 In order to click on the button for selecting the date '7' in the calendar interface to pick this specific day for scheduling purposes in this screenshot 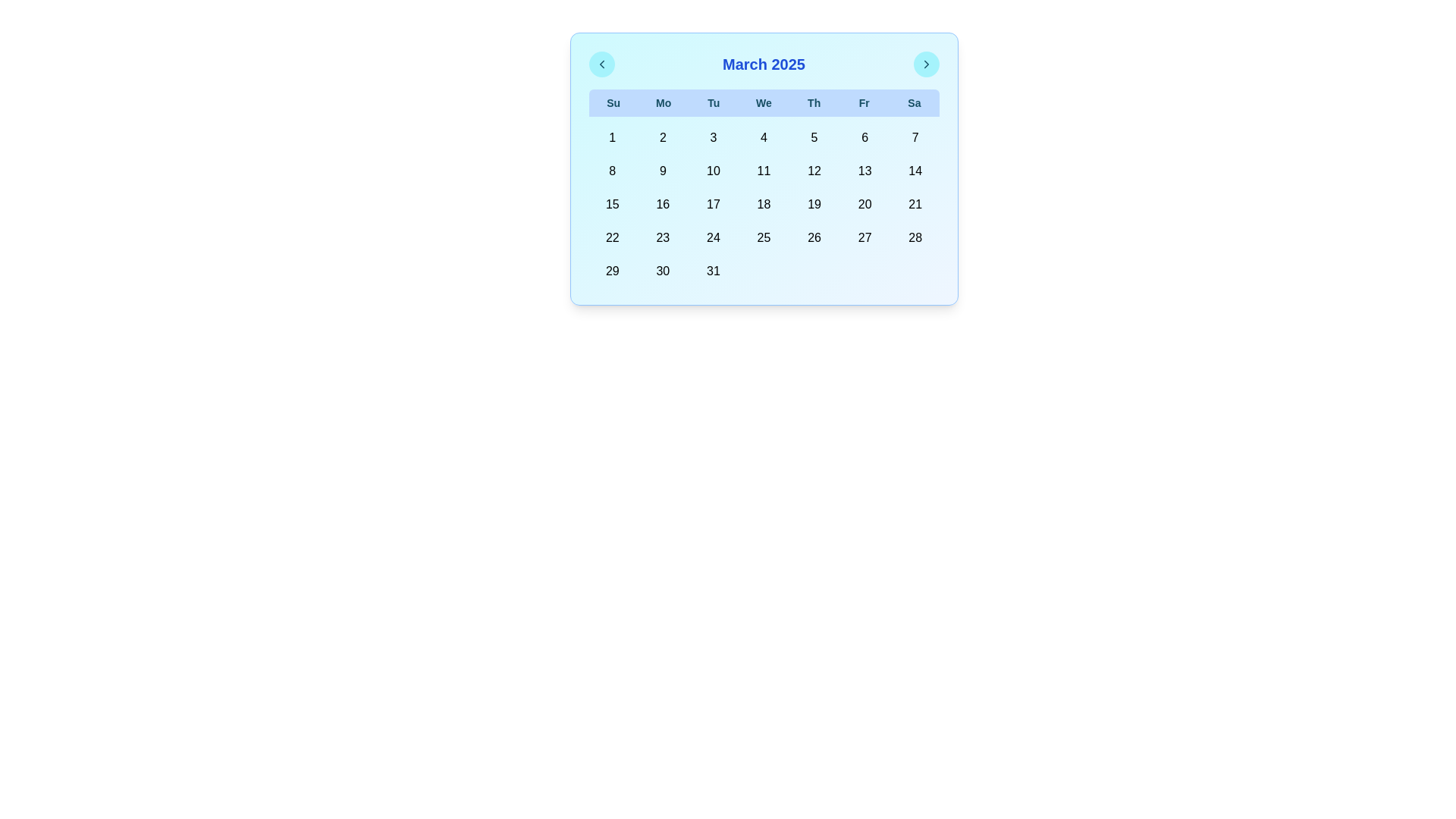, I will do `click(915, 137)`.